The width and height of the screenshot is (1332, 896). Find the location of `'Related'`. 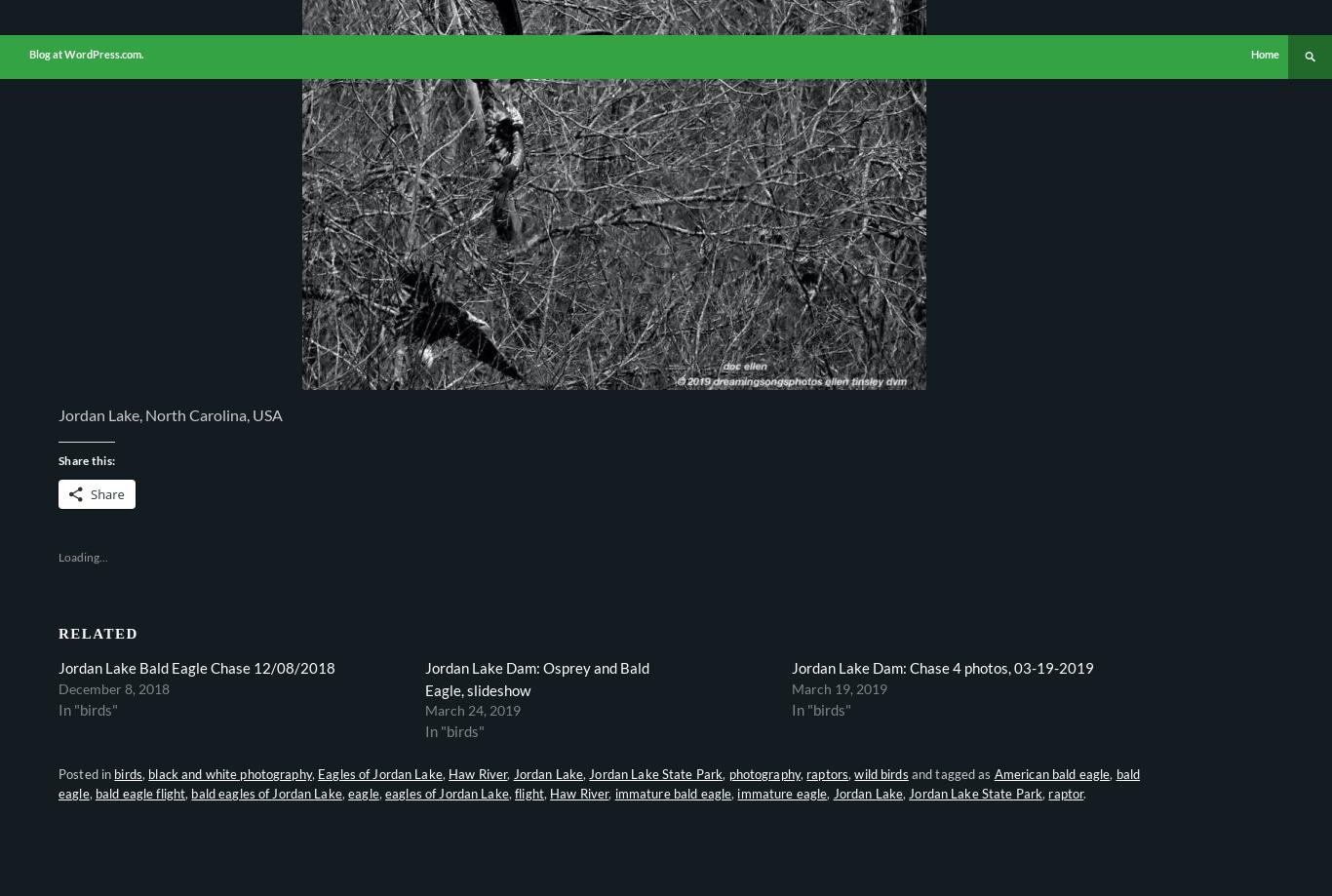

'Related' is located at coordinates (98, 631).